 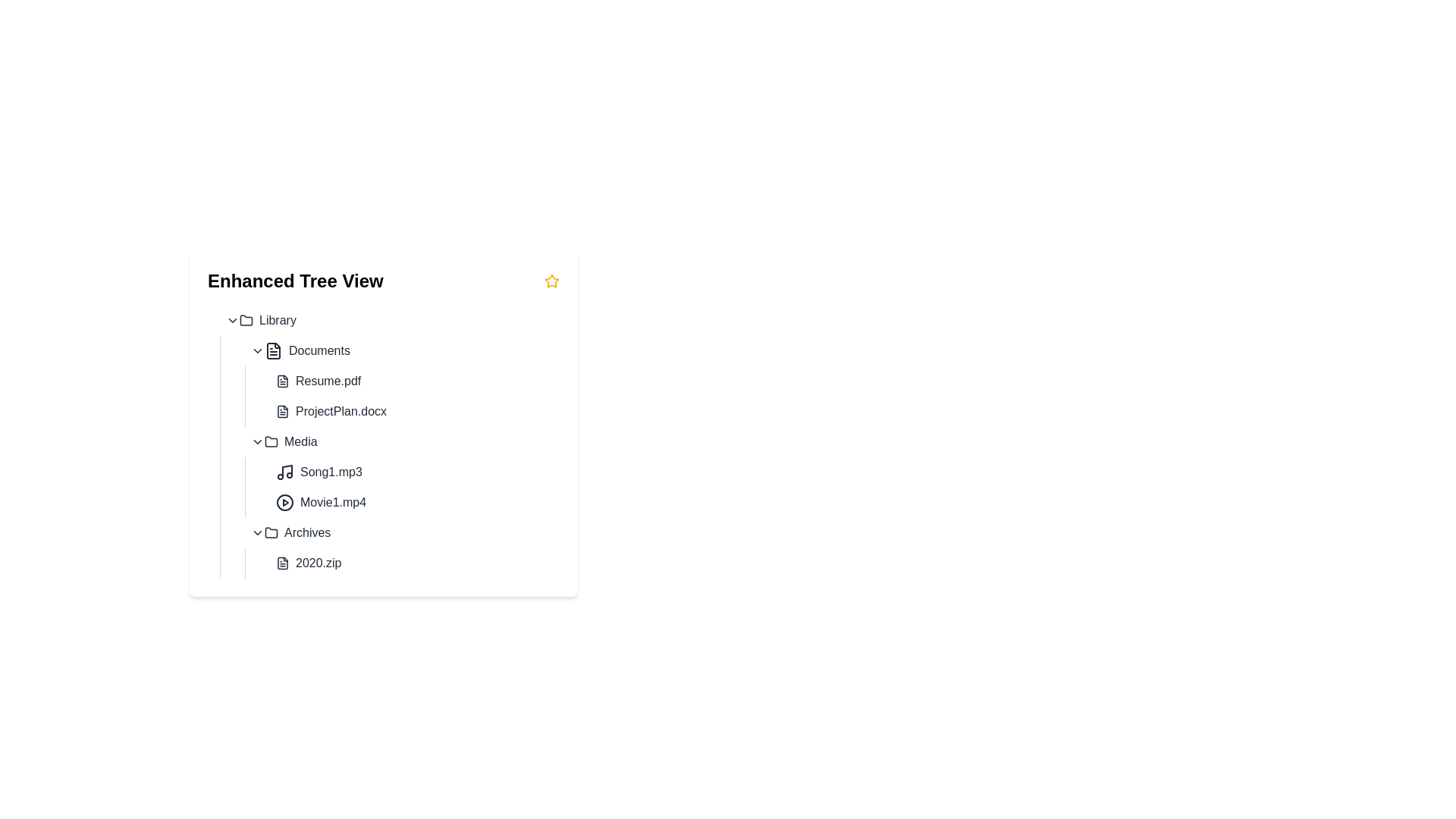 I want to click on informational text label named 'Archives' located in the 'Enhanced Tree View' interface under the 'Library' section, next to the folder icon, so click(x=306, y=532).